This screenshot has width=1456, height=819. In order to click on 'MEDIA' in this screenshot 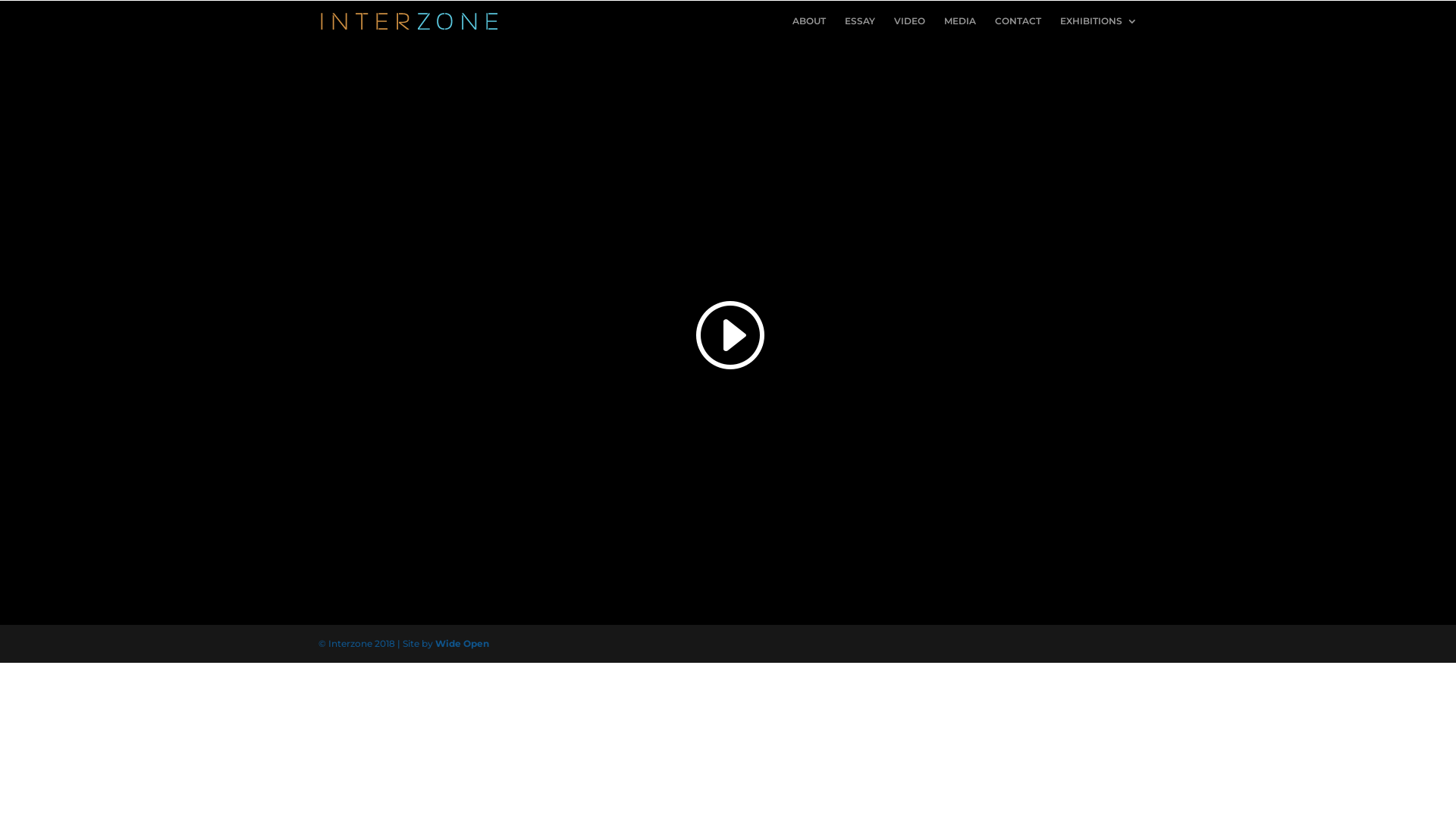, I will do `click(943, 29)`.